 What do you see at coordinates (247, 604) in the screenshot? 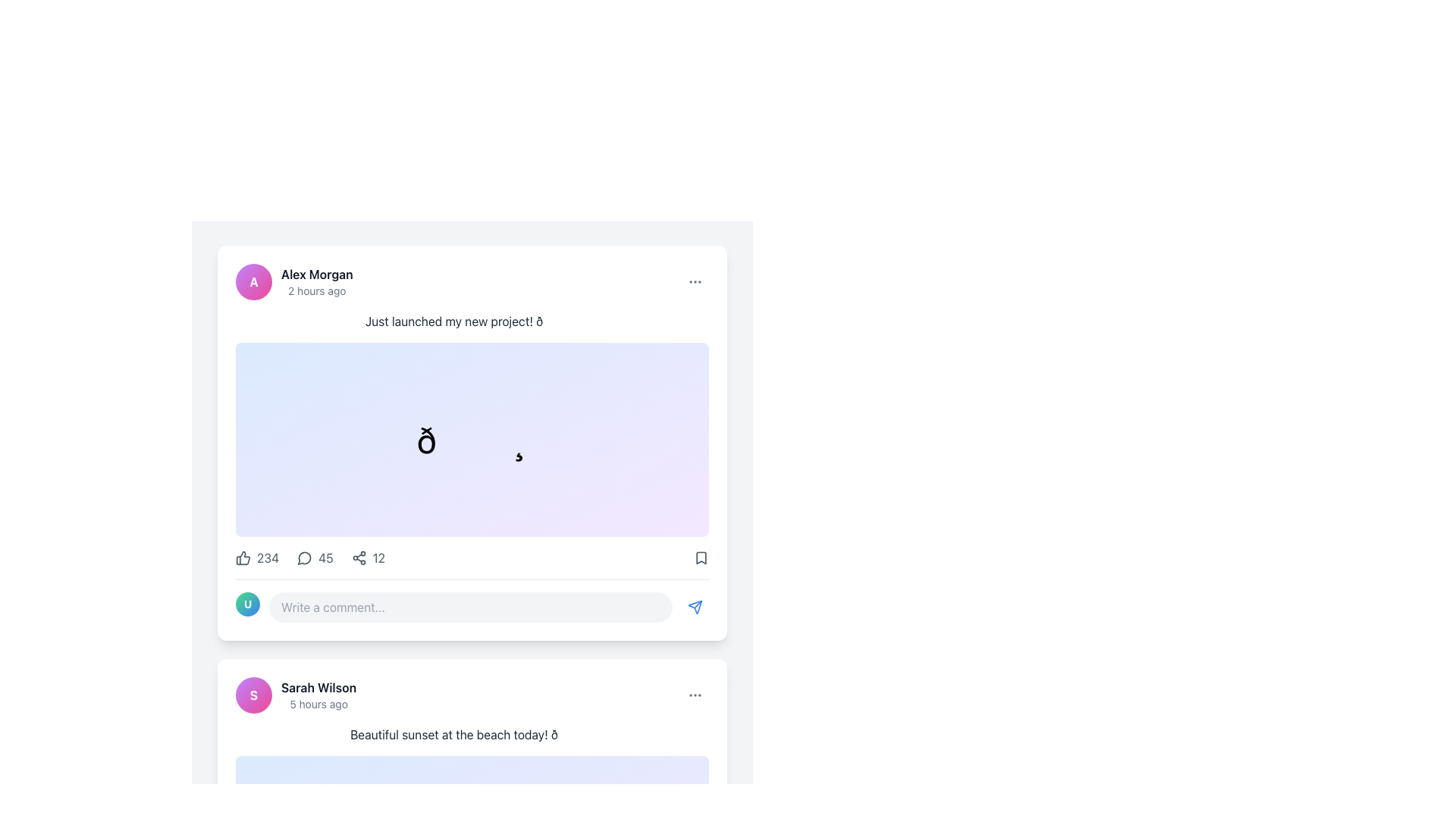
I see `the Badge displaying a rounded shape with a gradient background transitioning from green to blue and containing a white letter 'U' in bold, located in the bottom left of a comment section` at bounding box center [247, 604].